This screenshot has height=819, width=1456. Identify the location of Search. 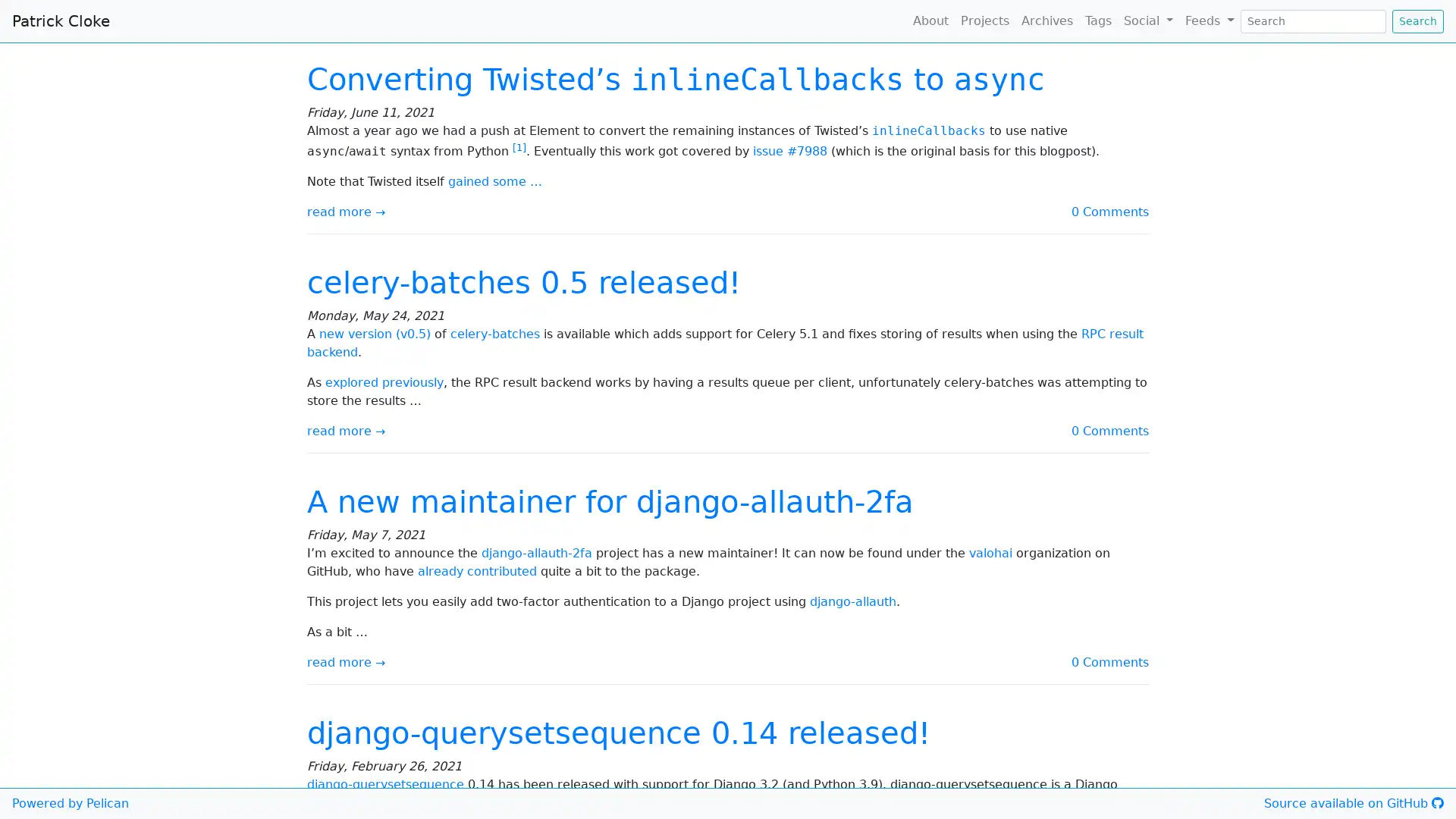
(1417, 20).